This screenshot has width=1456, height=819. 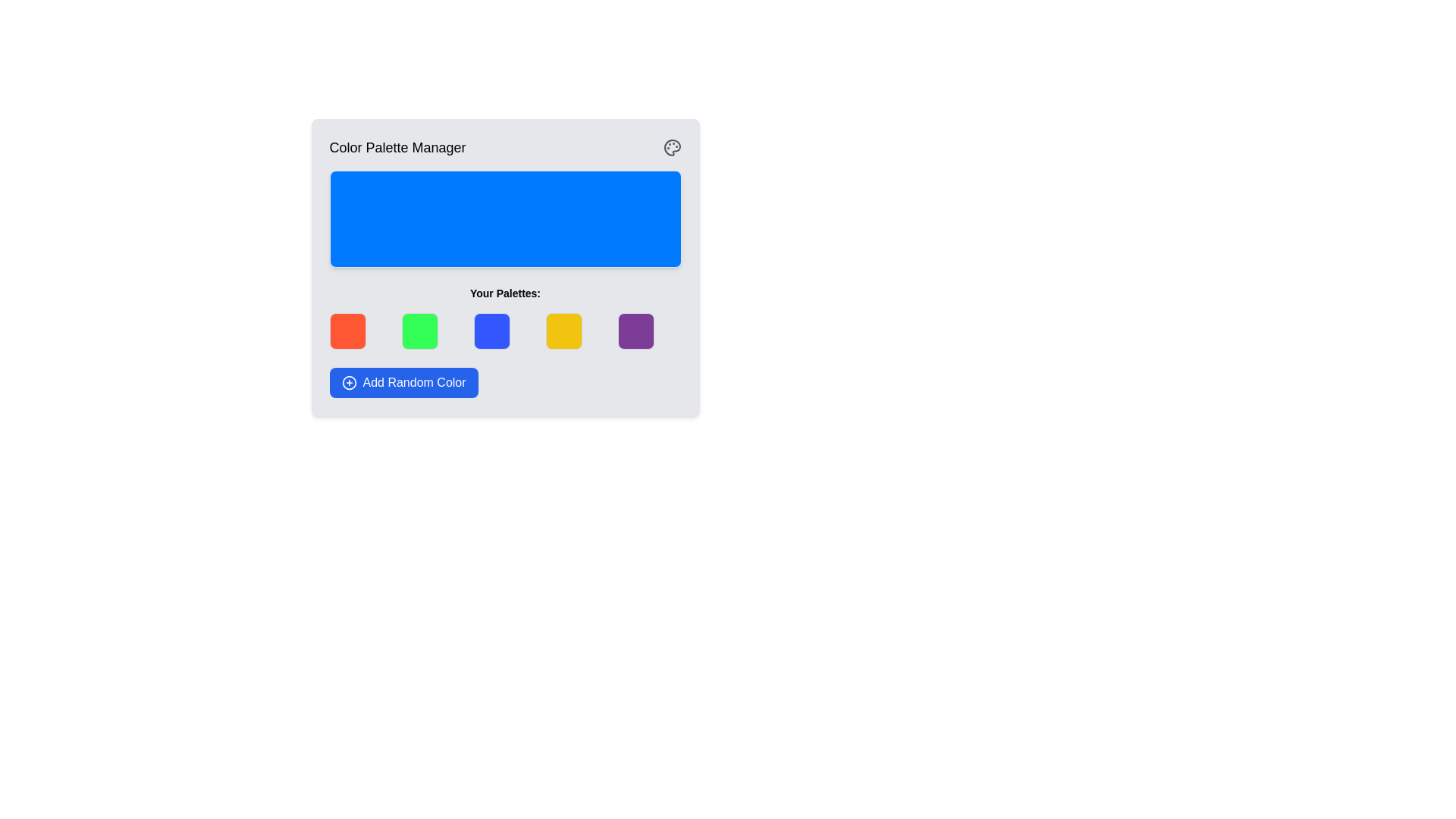 I want to click on the second color selection tile in the color palette, so click(x=419, y=330).